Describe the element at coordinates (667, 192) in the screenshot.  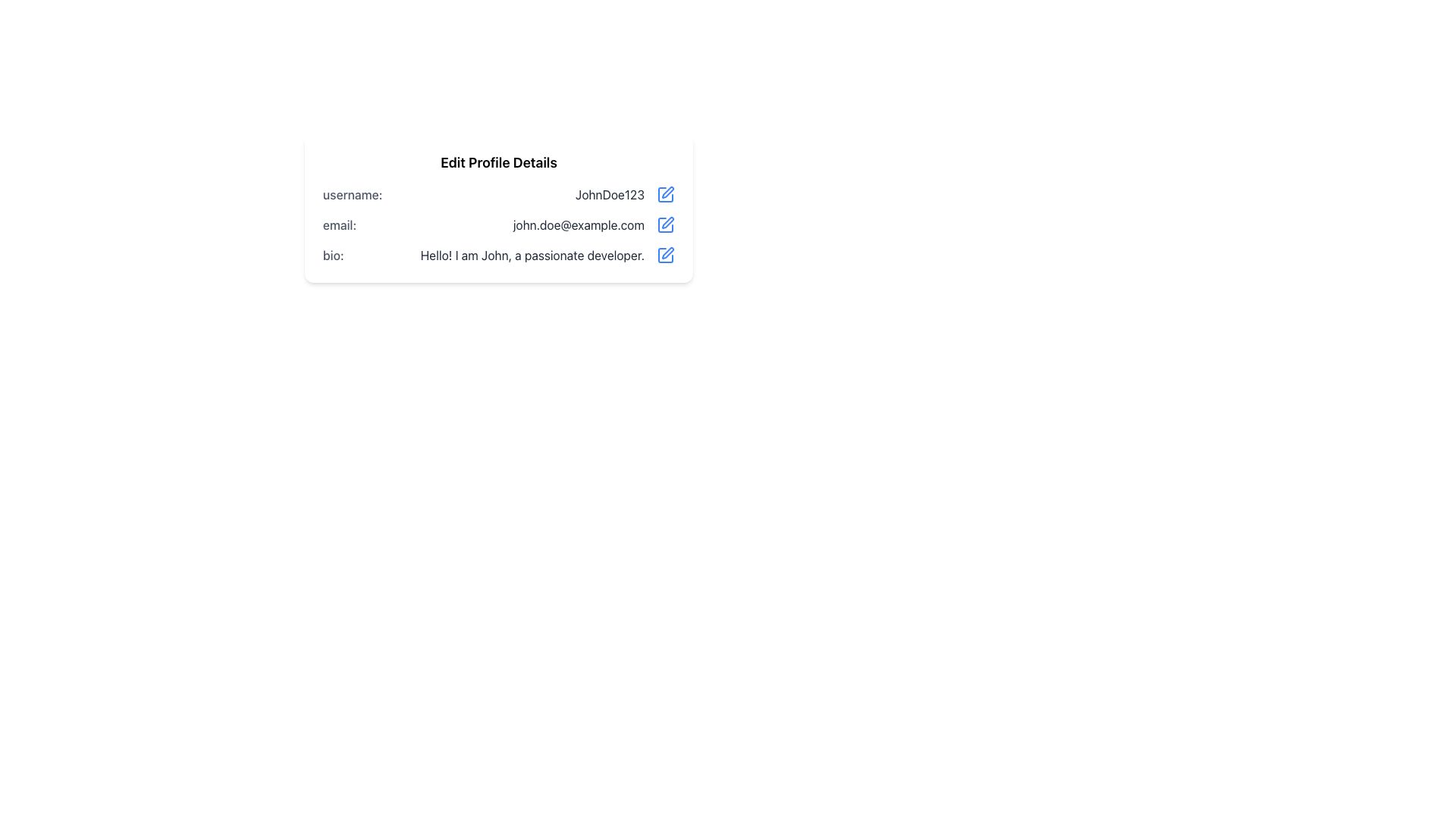
I see `the blue pen icon representing the edit functionality located to the right of the 'username:' field in the 'Edit Profile Details' section` at that location.